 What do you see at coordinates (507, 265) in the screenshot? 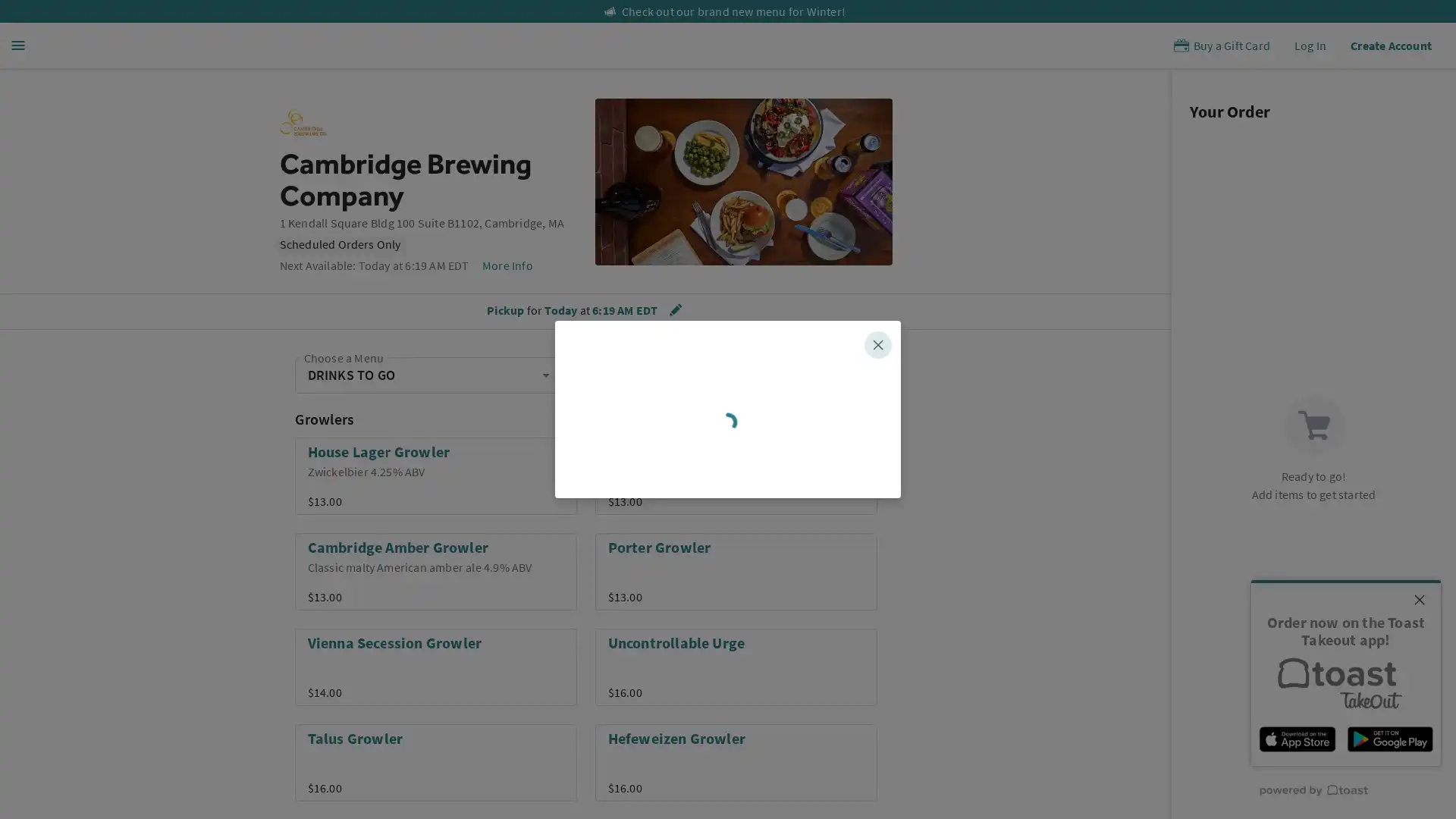
I see `More Info` at bounding box center [507, 265].